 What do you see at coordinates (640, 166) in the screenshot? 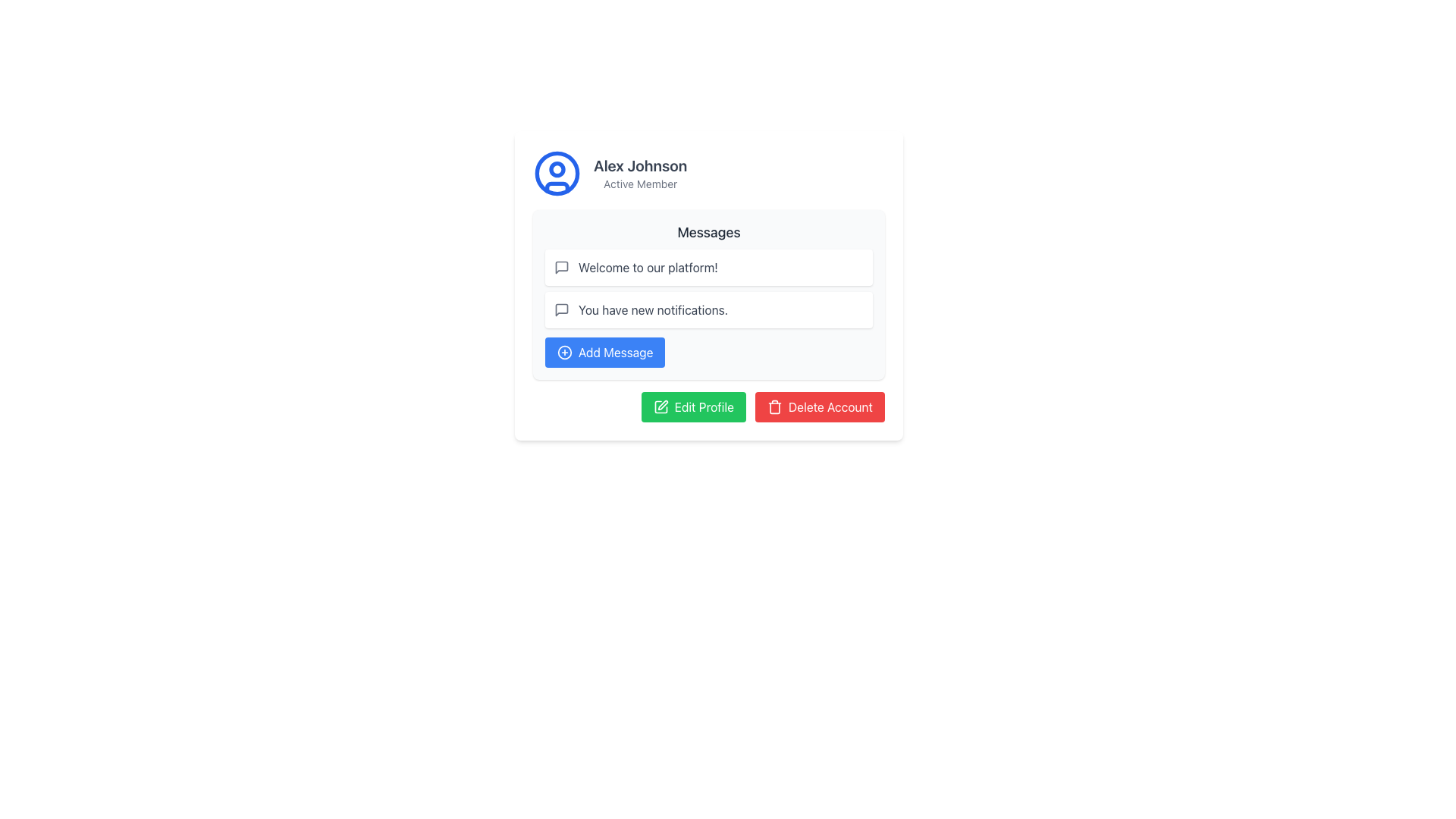
I see `the text label displaying 'Alex Johnson' which is bold and larger, located in the top-left section of a card layout` at bounding box center [640, 166].